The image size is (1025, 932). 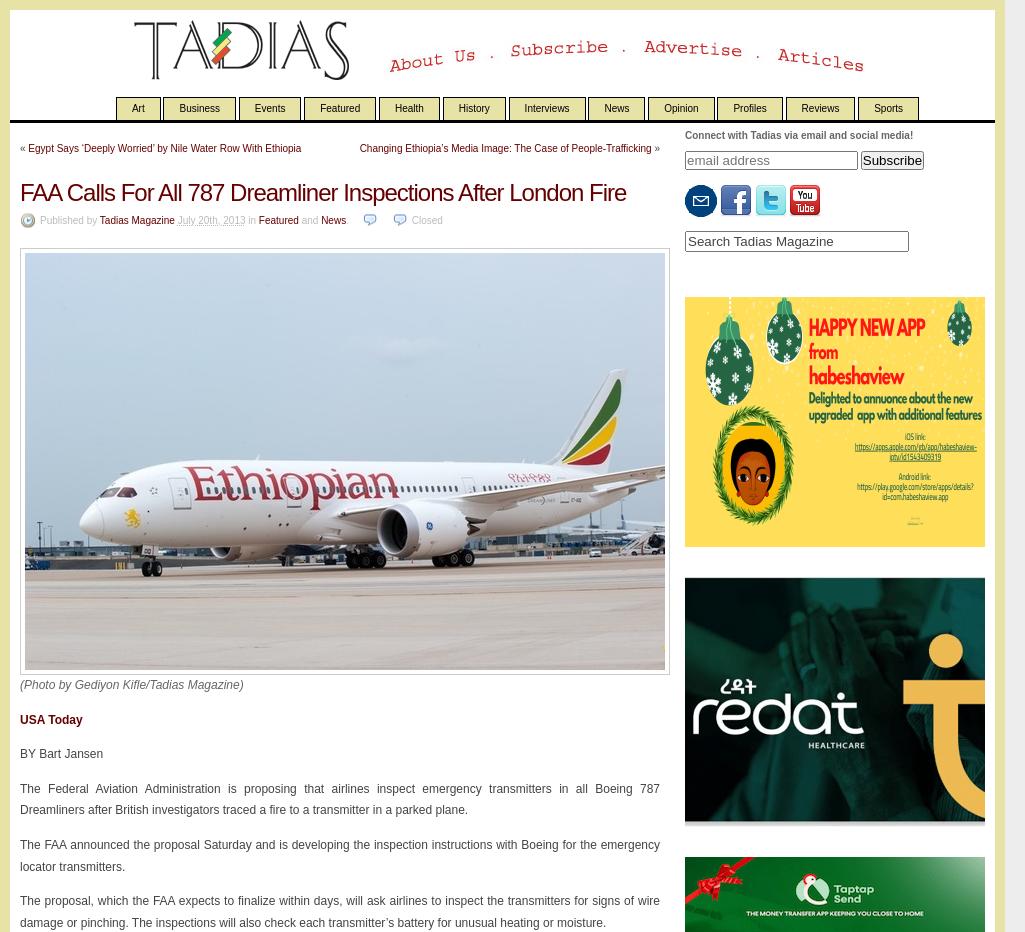 What do you see at coordinates (425, 220) in the screenshot?
I see `'Closed'` at bounding box center [425, 220].